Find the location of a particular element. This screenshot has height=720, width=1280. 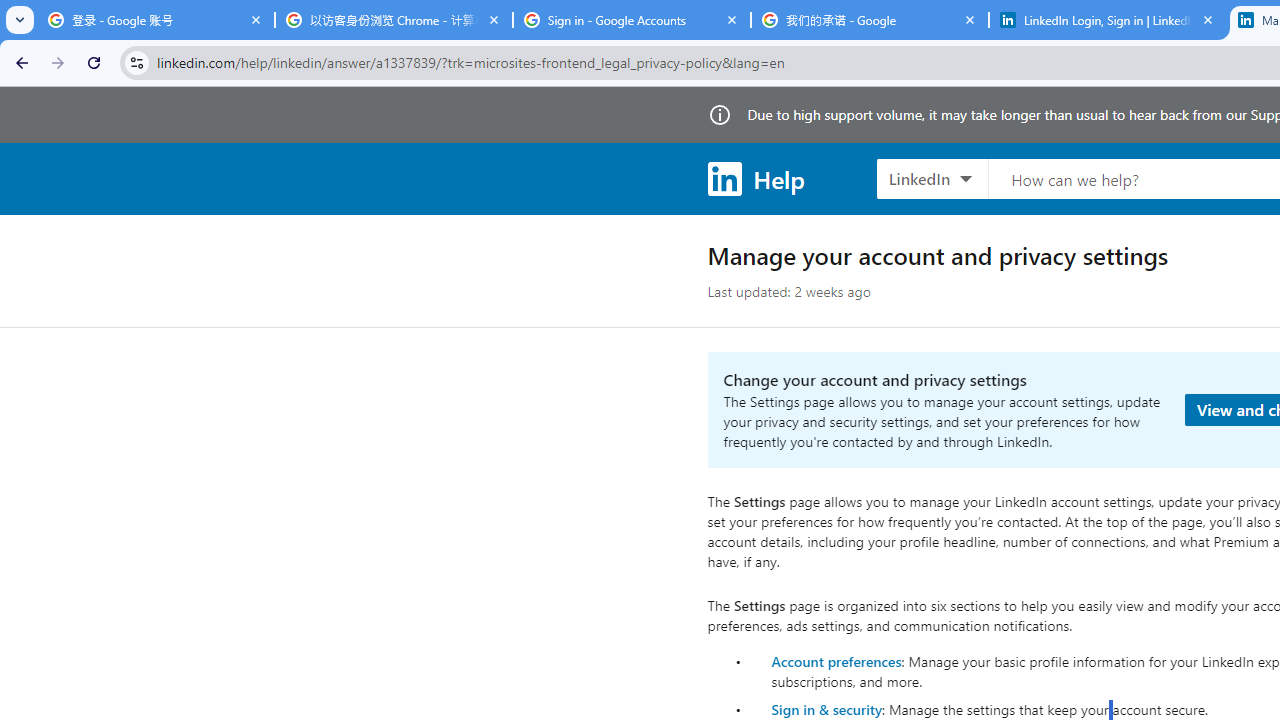

'LinkedIn Login, Sign in | LinkedIn' is located at coordinates (1107, 20).